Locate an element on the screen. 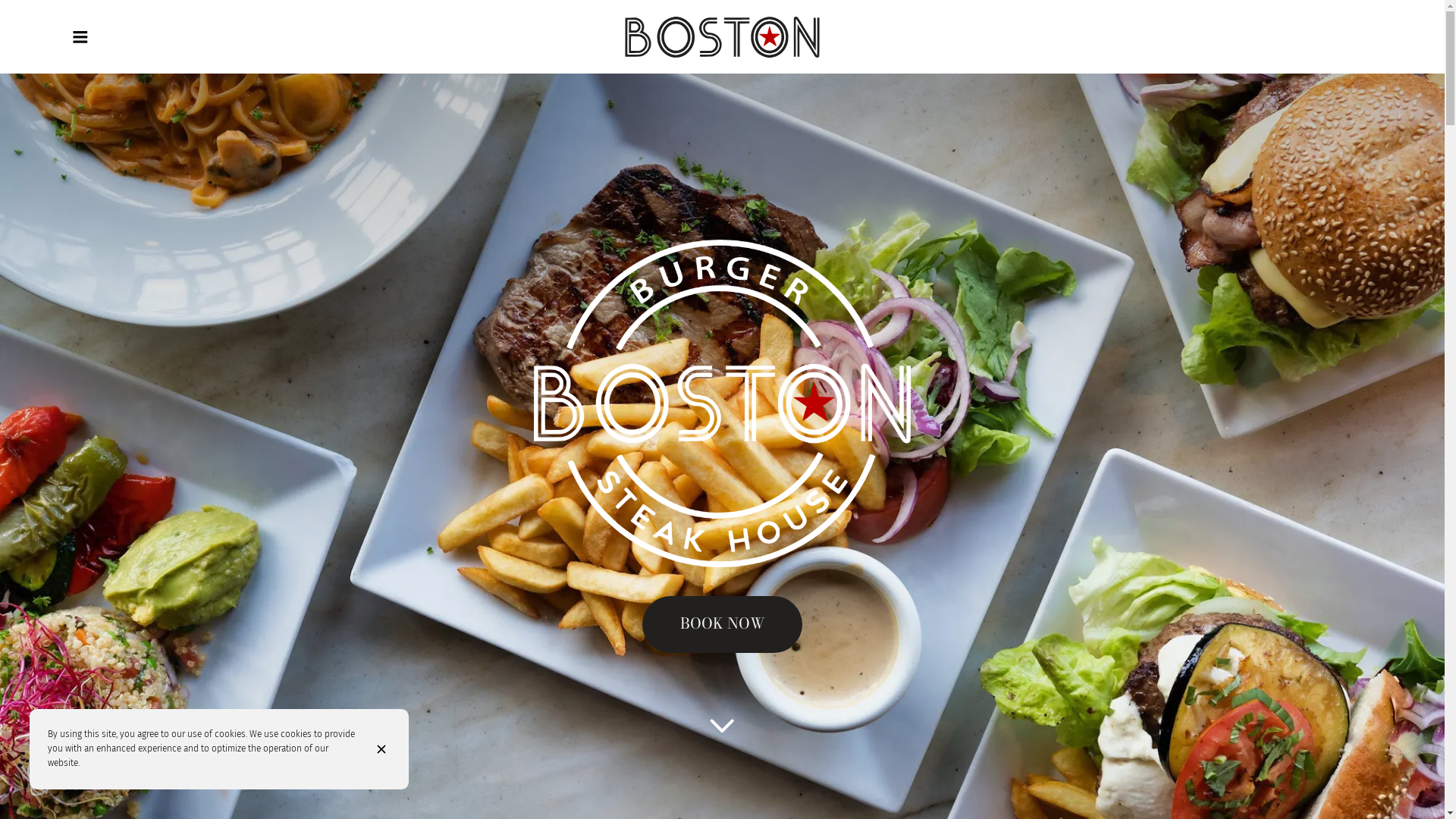 The image size is (1456, 819). 'BOOK NOW' is located at coordinates (720, 624).